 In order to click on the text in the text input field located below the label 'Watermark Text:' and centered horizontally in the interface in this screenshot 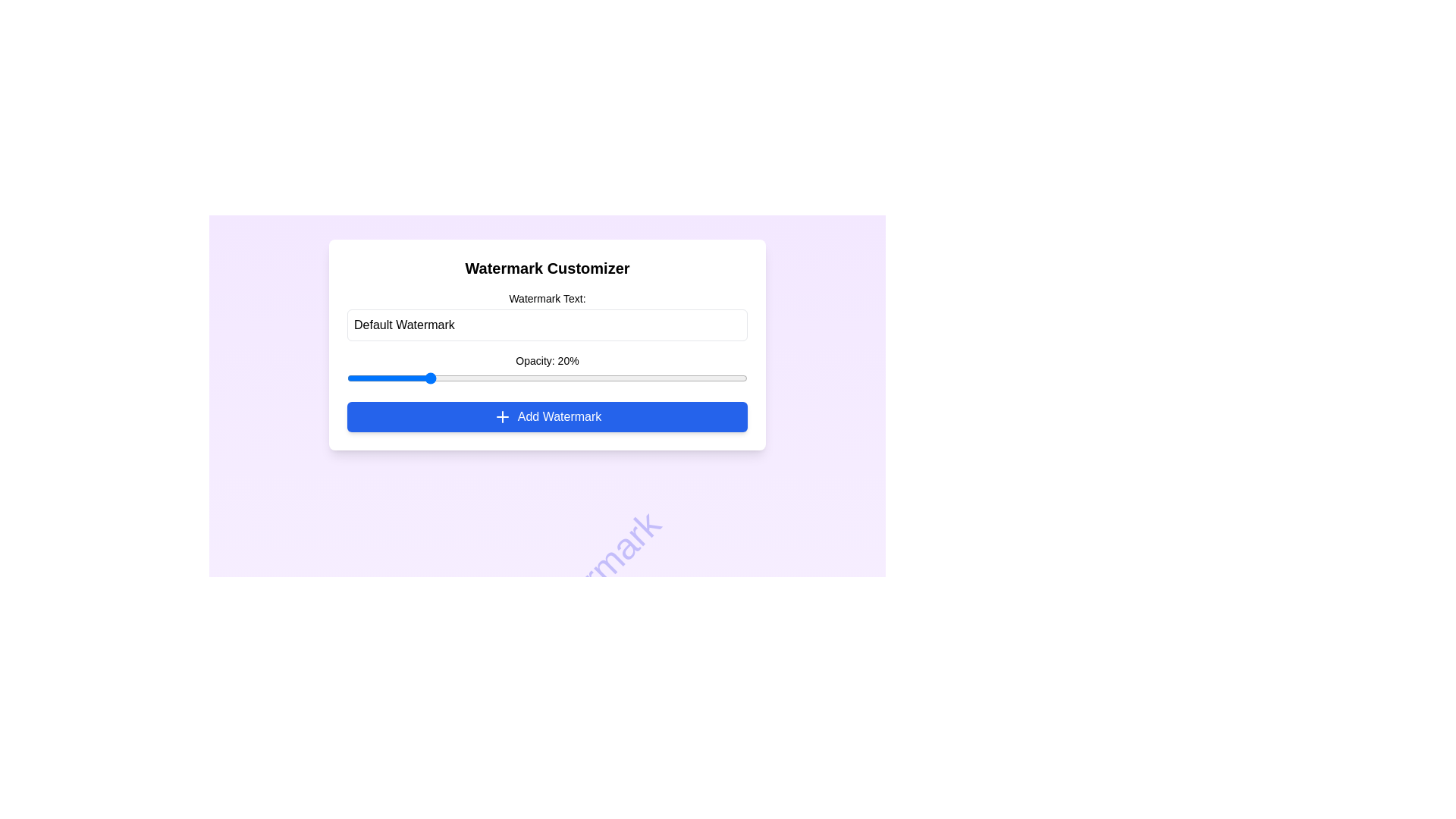, I will do `click(546, 324)`.